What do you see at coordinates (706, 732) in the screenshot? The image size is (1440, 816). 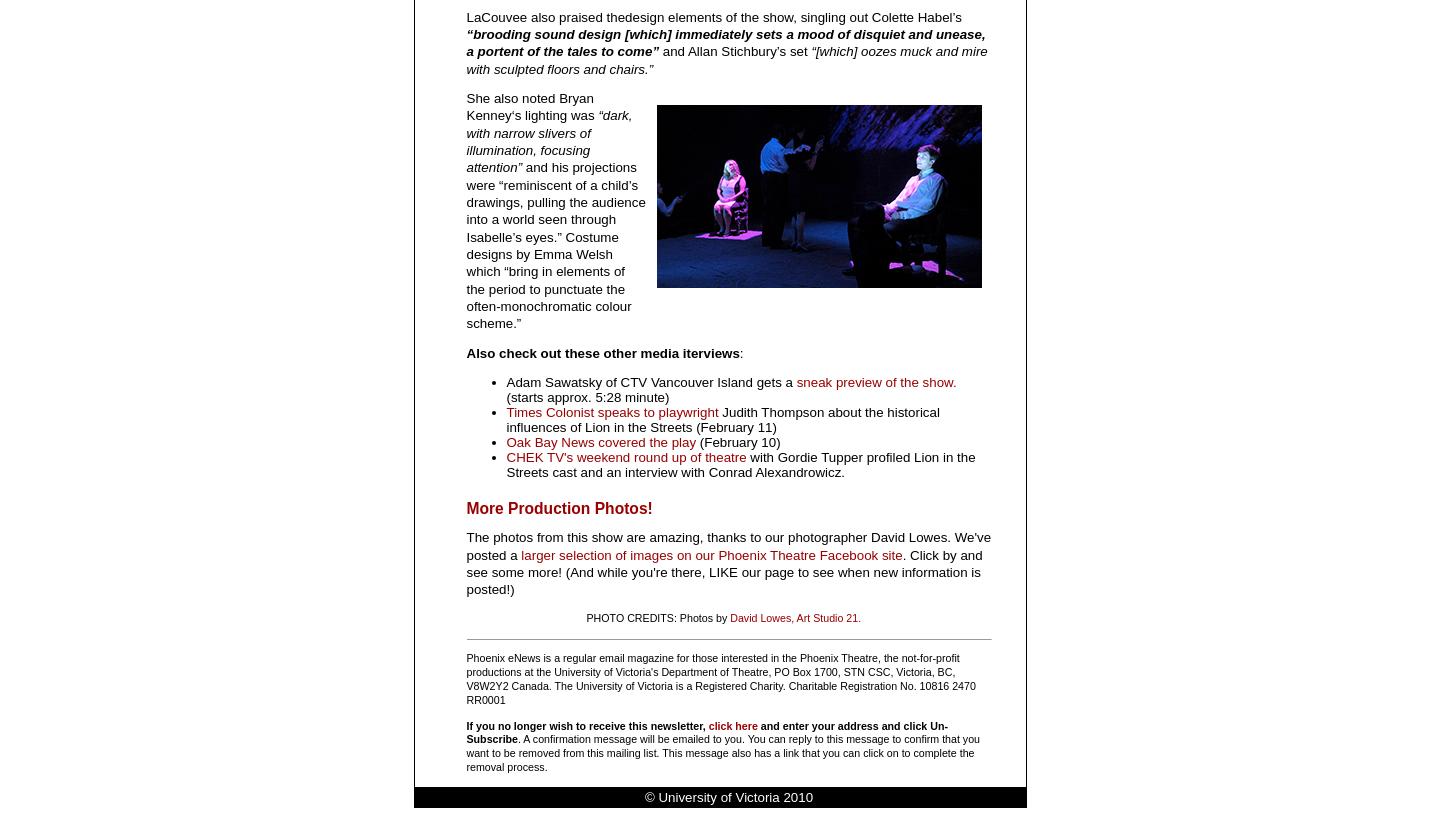 I see `'and enter your address and click Un-Subscribe'` at bounding box center [706, 732].